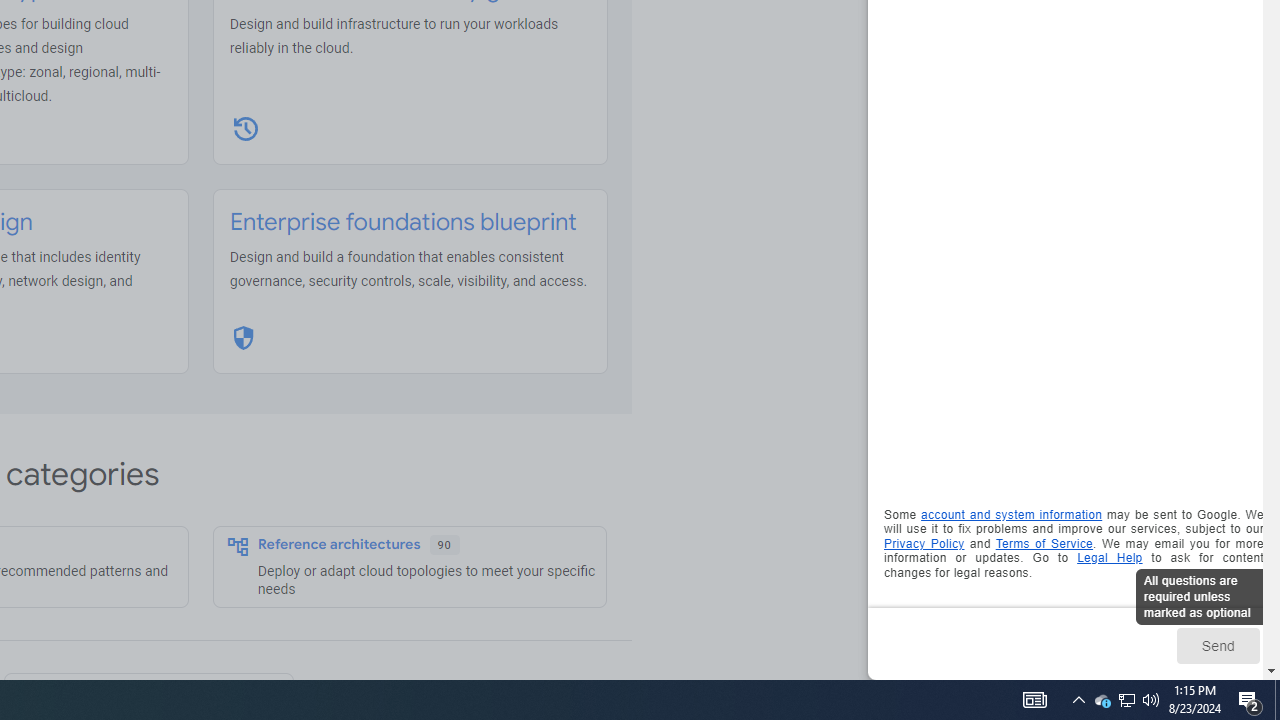 The width and height of the screenshot is (1280, 720). I want to click on 'Opens in a new tab. Legal Help', so click(1108, 558).